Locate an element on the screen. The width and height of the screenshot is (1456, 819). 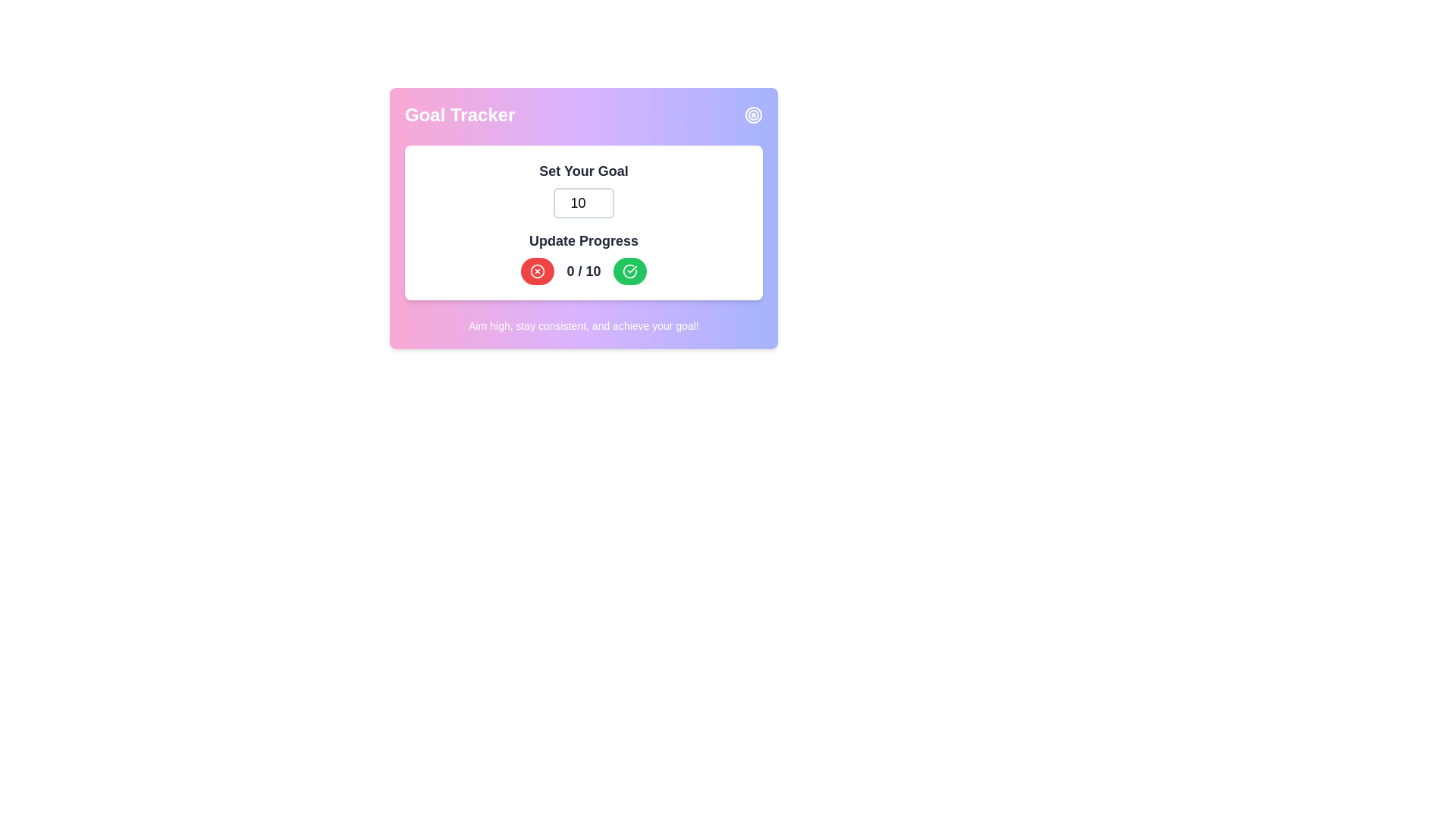
the 'confirm' button located on the right side under the 'Update Progress' label to confirm the progress update is located at coordinates (629, 271).